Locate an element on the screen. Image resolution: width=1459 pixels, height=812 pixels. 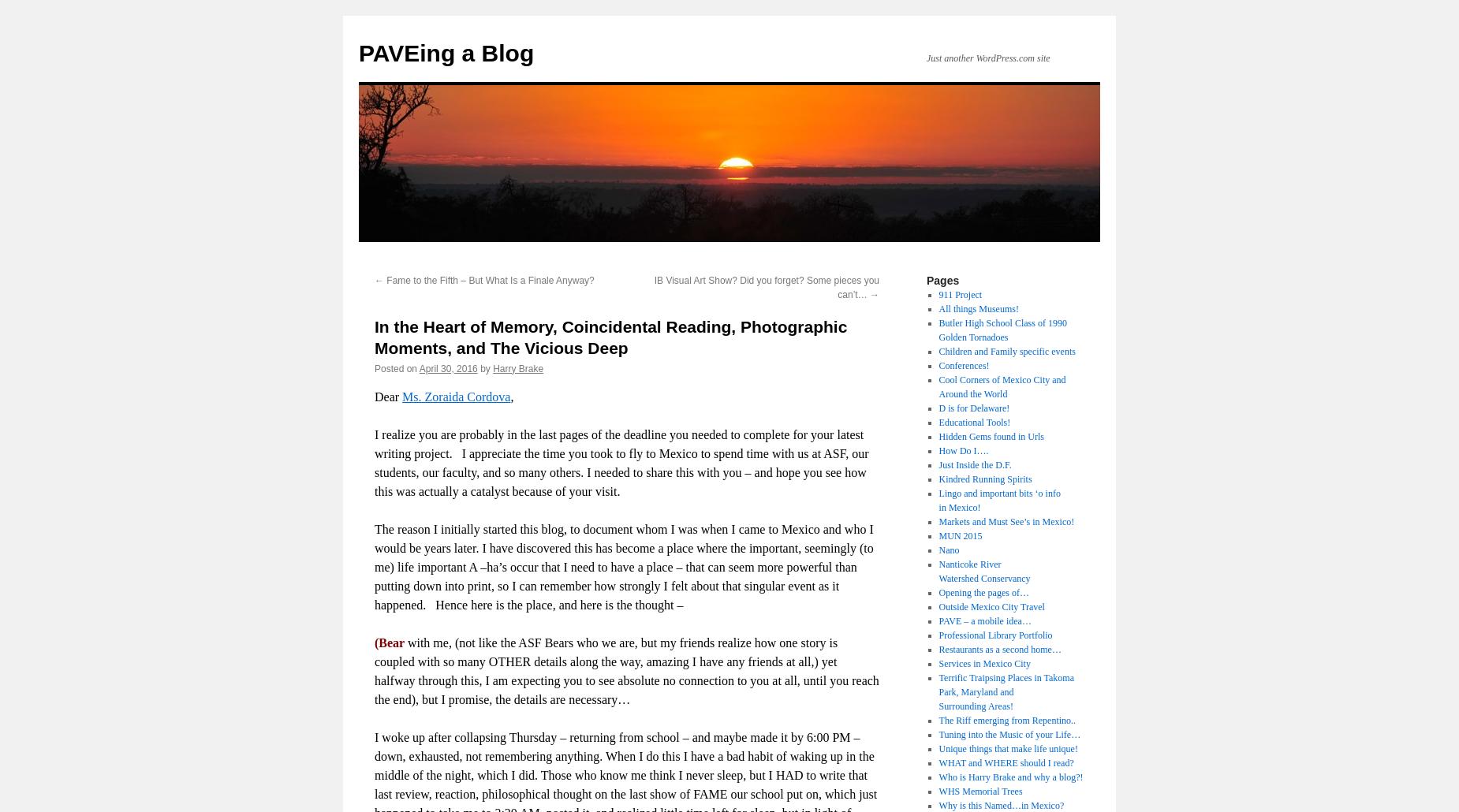
'All things Museums!' is located at coordinates (977, 309).